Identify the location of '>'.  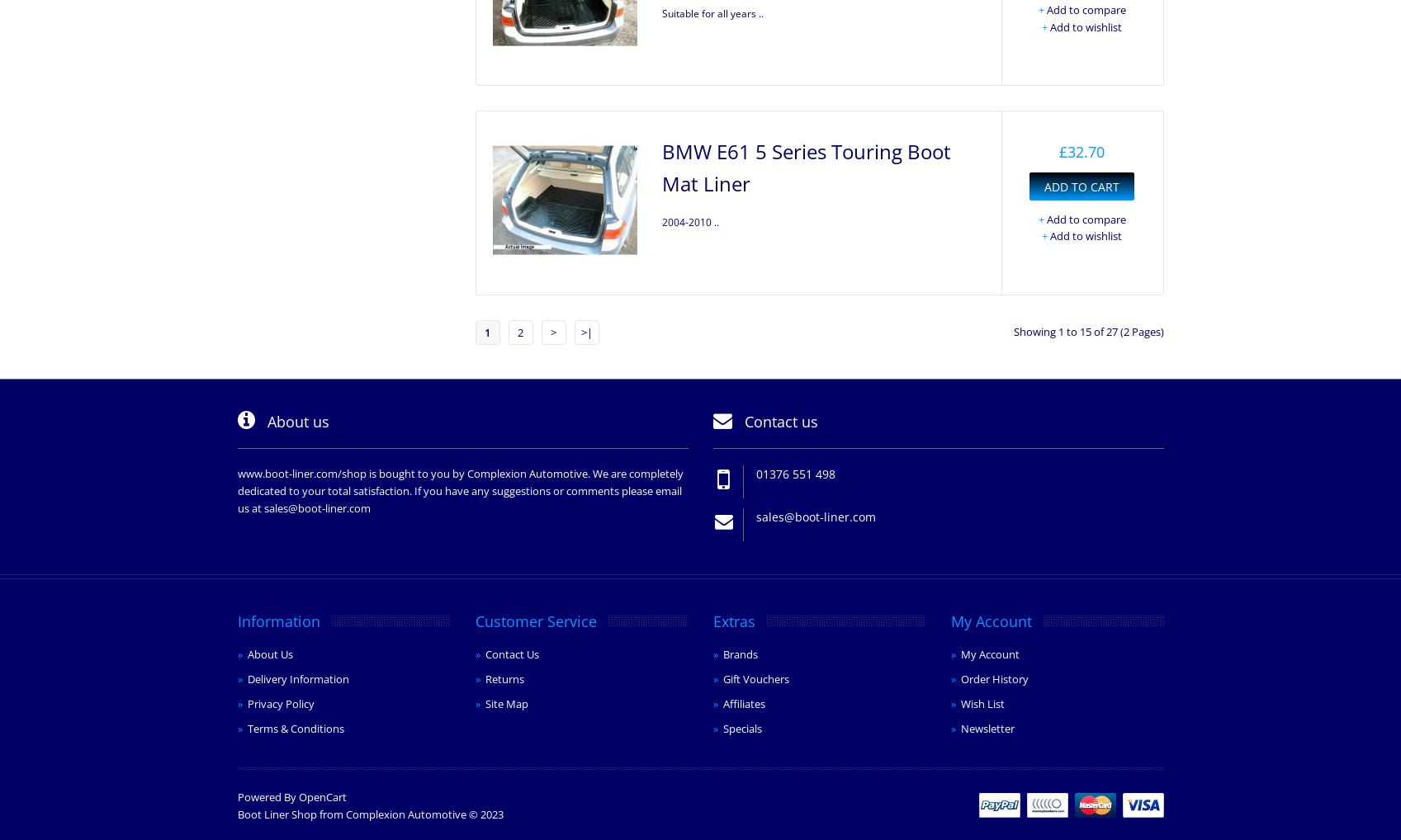
(550, 332).